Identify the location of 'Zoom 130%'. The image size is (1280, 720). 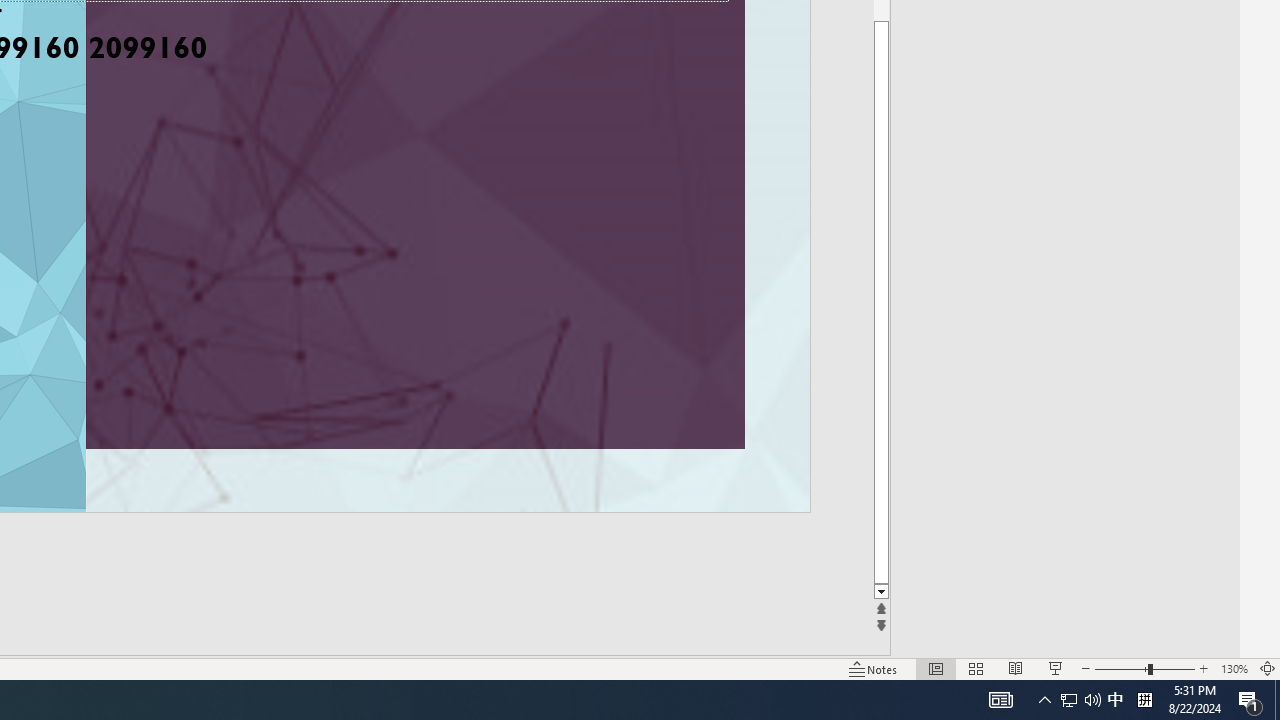
(1233, 669).